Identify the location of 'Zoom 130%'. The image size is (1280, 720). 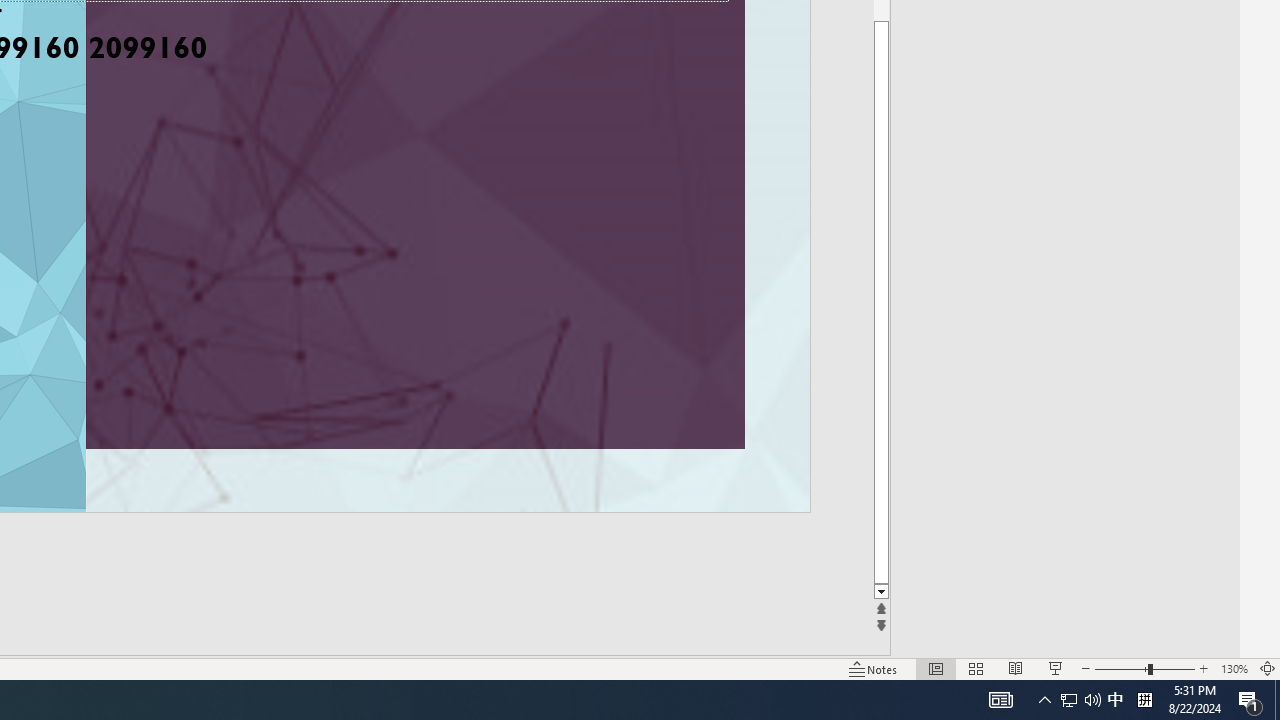
(1233, 669).